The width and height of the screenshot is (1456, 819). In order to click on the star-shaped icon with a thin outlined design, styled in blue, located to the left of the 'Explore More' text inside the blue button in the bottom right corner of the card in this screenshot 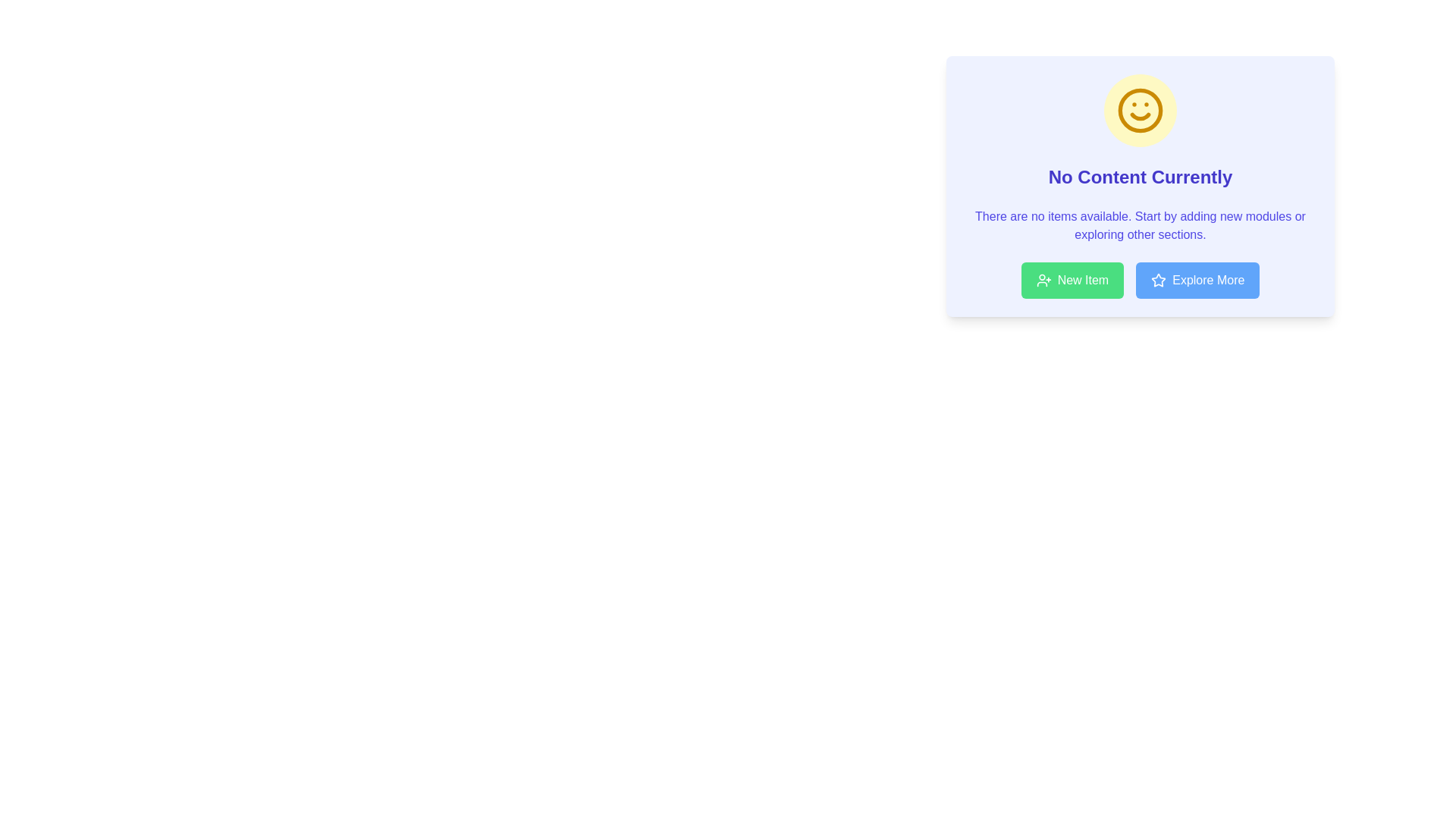, I will do `click(1158, 281)`.